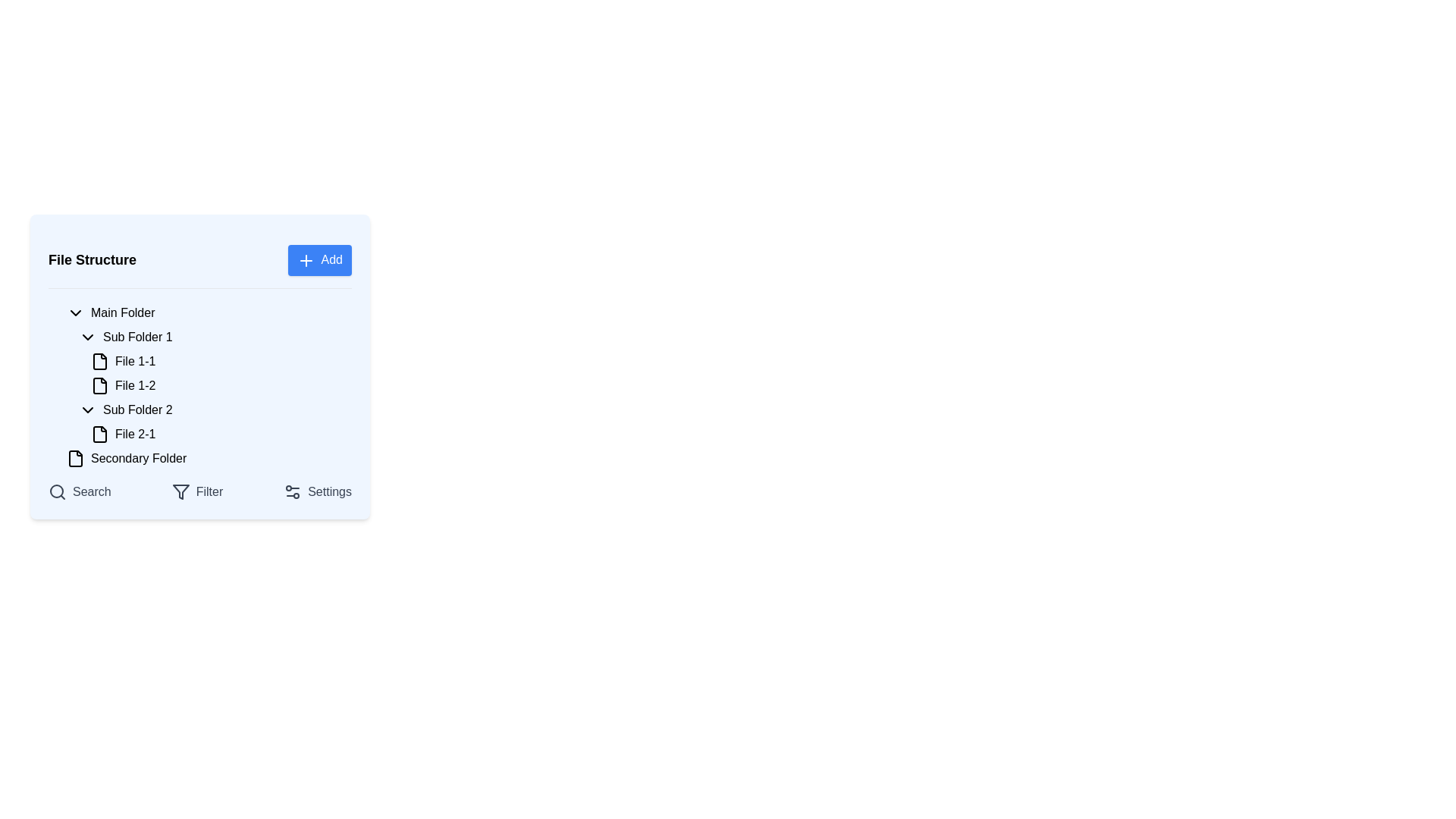 The image size is (1456, 819). What do you see at coordinates (196, 491) in the screenshot?
I see `the central filtering options button located between the 'Search' and 'Settings' buttons` at bounding box center [196, 491].